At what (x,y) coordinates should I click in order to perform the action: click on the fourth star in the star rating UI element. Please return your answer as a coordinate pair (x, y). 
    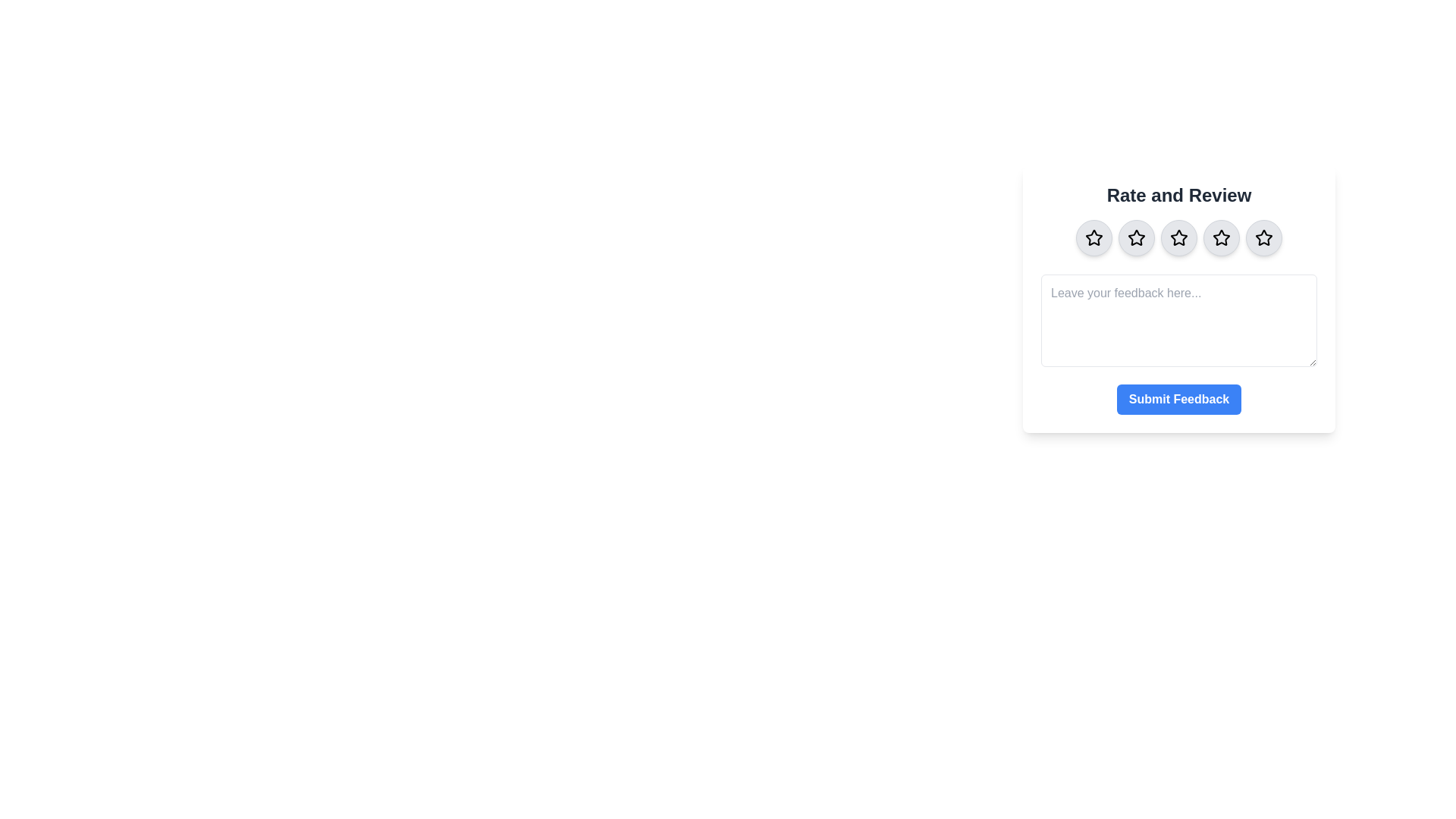
    Looking at the image, I should click on (1222, 237).